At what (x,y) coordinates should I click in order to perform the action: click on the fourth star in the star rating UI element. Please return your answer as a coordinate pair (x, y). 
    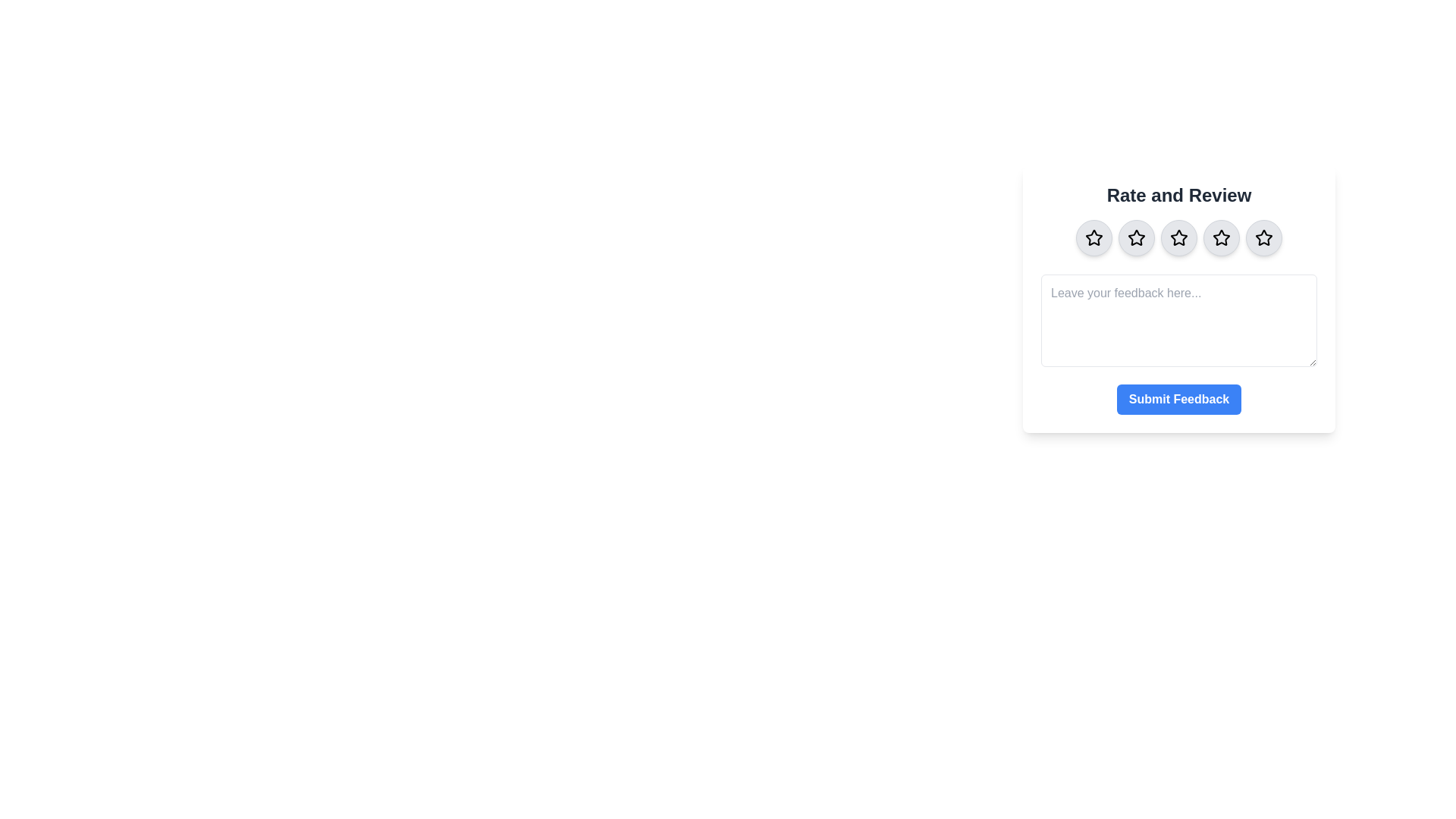
    Looking at the image, I should click on (1222, 237).